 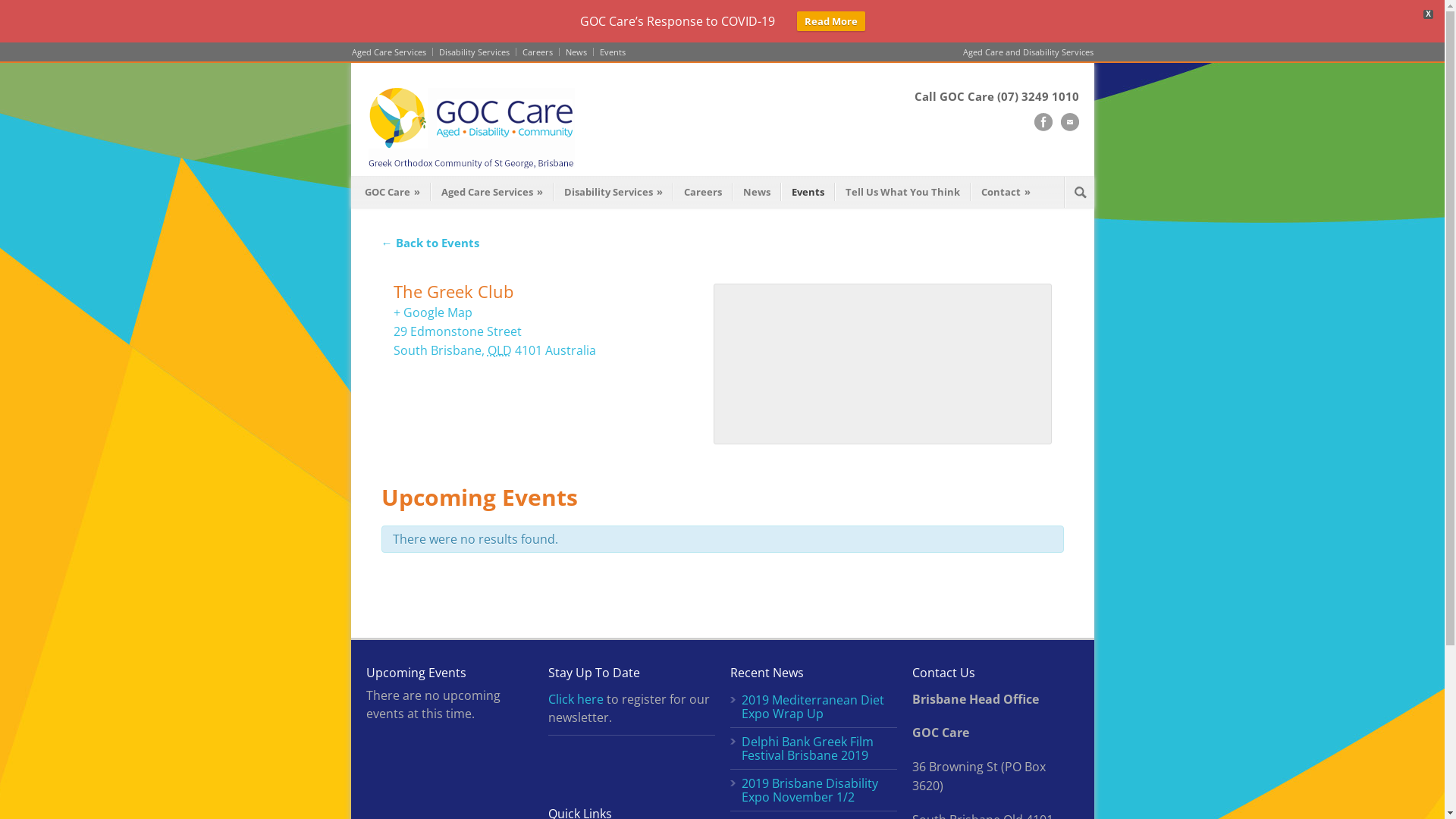 What do you see at coordinates (392, 51) in the screenshot?
I see `'Aged Care Services'` at bounding box center [392, 51].